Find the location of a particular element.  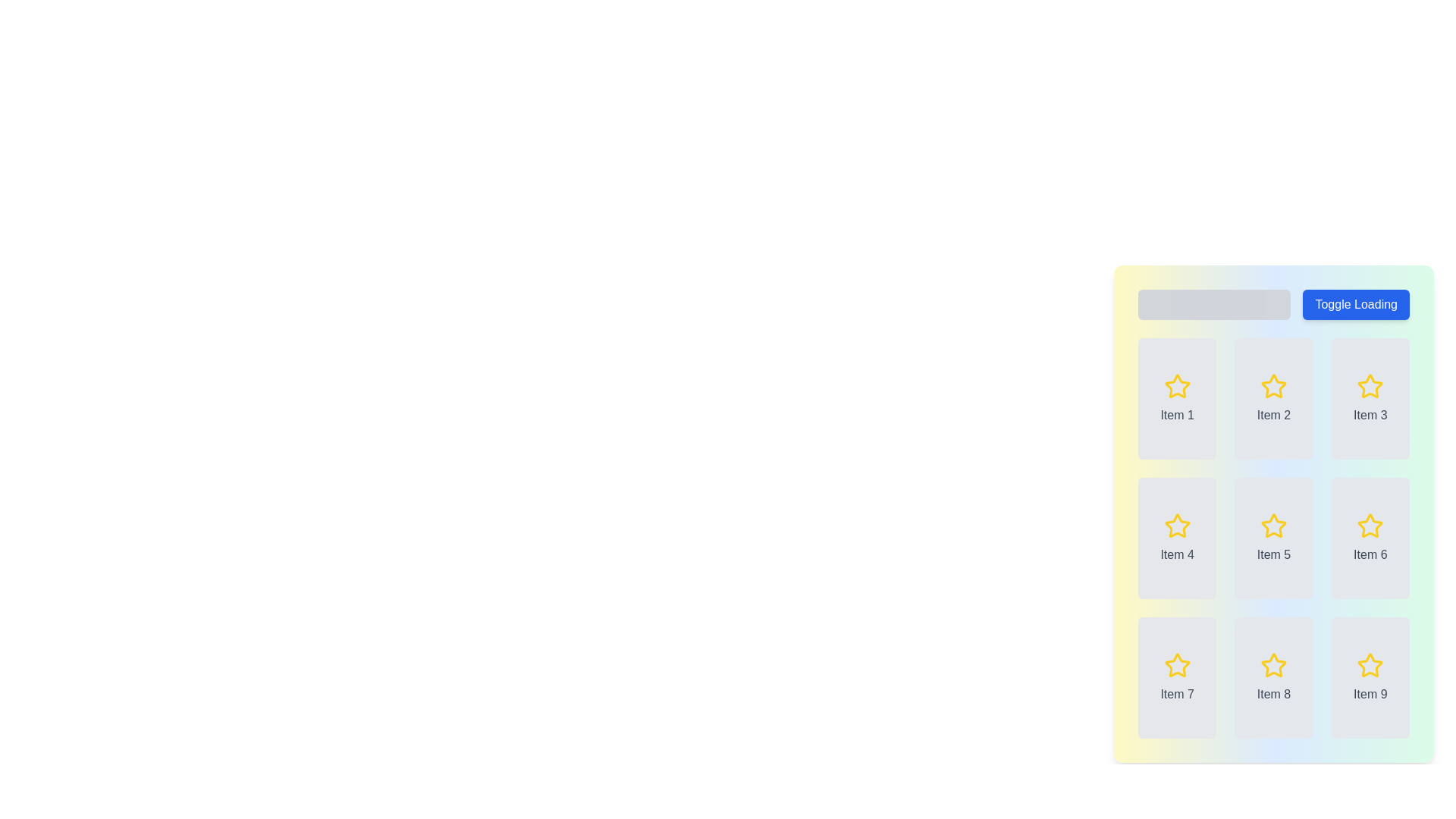

the star icon is located at coordinates (1370, 385).